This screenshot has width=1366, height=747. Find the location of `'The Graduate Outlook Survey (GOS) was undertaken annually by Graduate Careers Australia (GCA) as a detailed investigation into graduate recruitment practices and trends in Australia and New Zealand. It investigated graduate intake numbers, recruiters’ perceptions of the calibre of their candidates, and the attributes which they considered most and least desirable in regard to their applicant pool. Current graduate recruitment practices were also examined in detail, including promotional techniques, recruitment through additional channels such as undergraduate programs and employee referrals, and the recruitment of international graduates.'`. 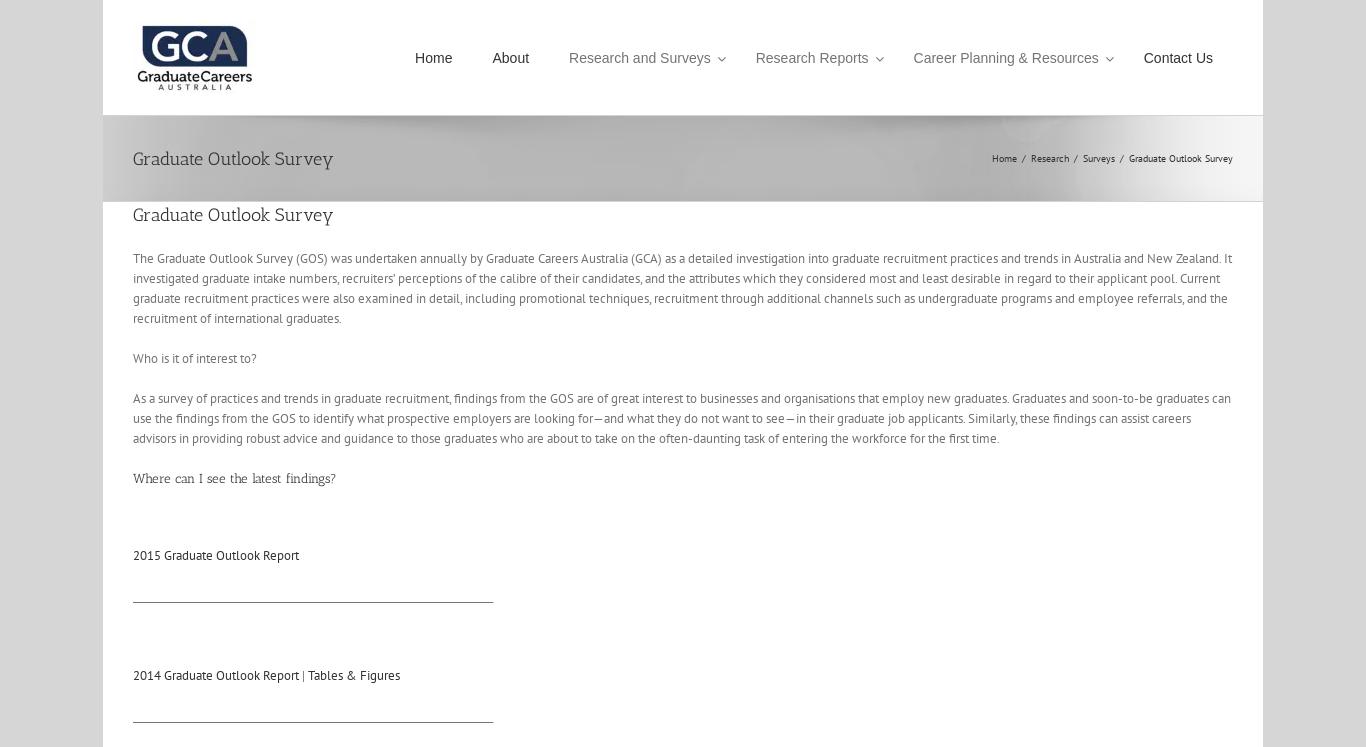

'The Graduate Outlook Survey (GOS) was undertaken annually by Graduate Careers Australia (GCA) as a detailed investigation into graduate recruitment practices and trends in Australia and New Zealand. It investigated graduate intake numbers, recruiters’ perceptions of the calibre of their candidates, and the attributes which they considered most and least desirable in regard to their applicant pool. Current graduate recruitment practices were also examined in detail, including promotional techniques, recruitment through additional channels such as undergraduate programs and employee referrals, and the recruitment of international graduates.' is located at coordinates (132, 288).